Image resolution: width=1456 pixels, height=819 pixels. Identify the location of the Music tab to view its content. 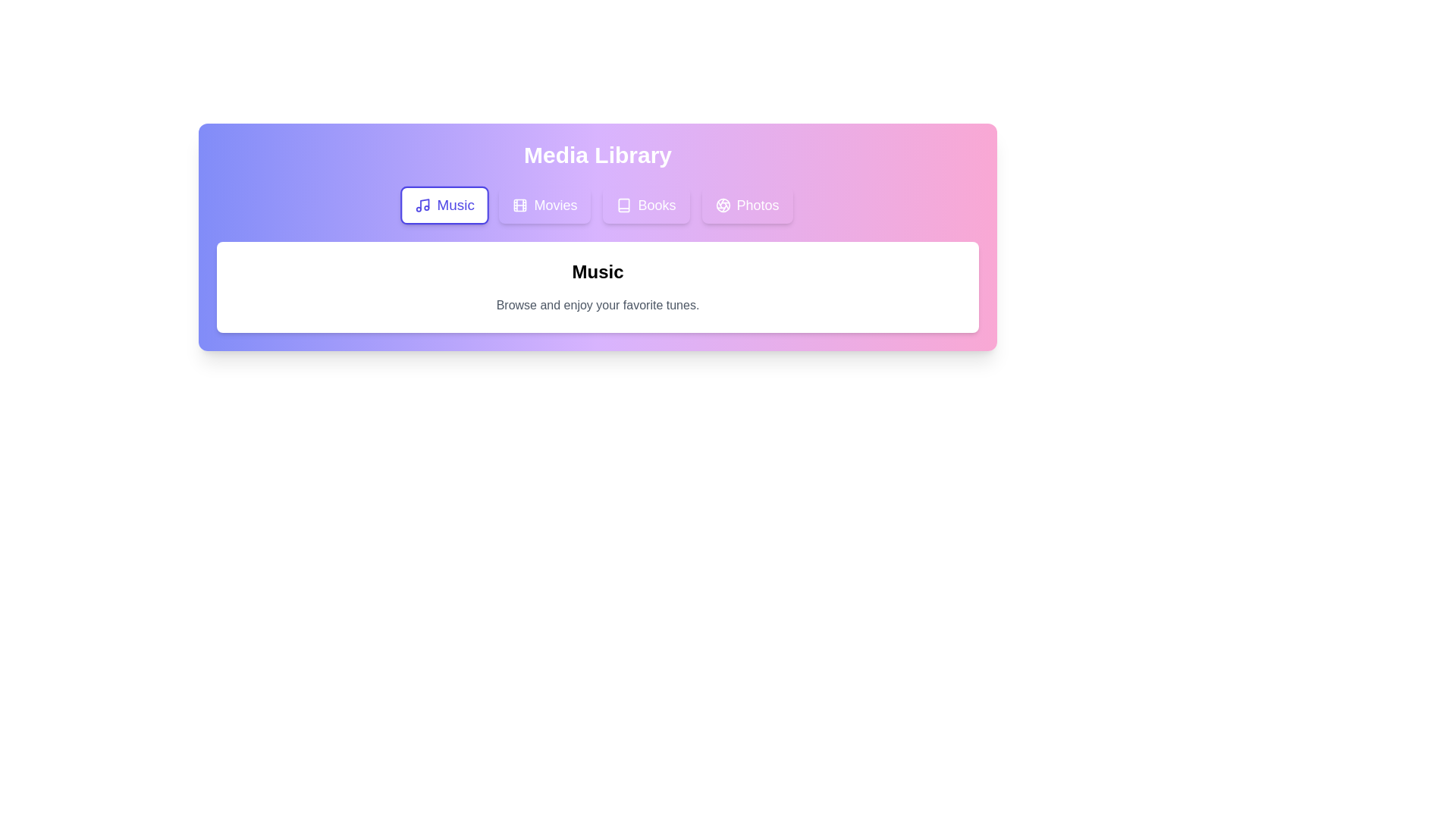
(444, 205).